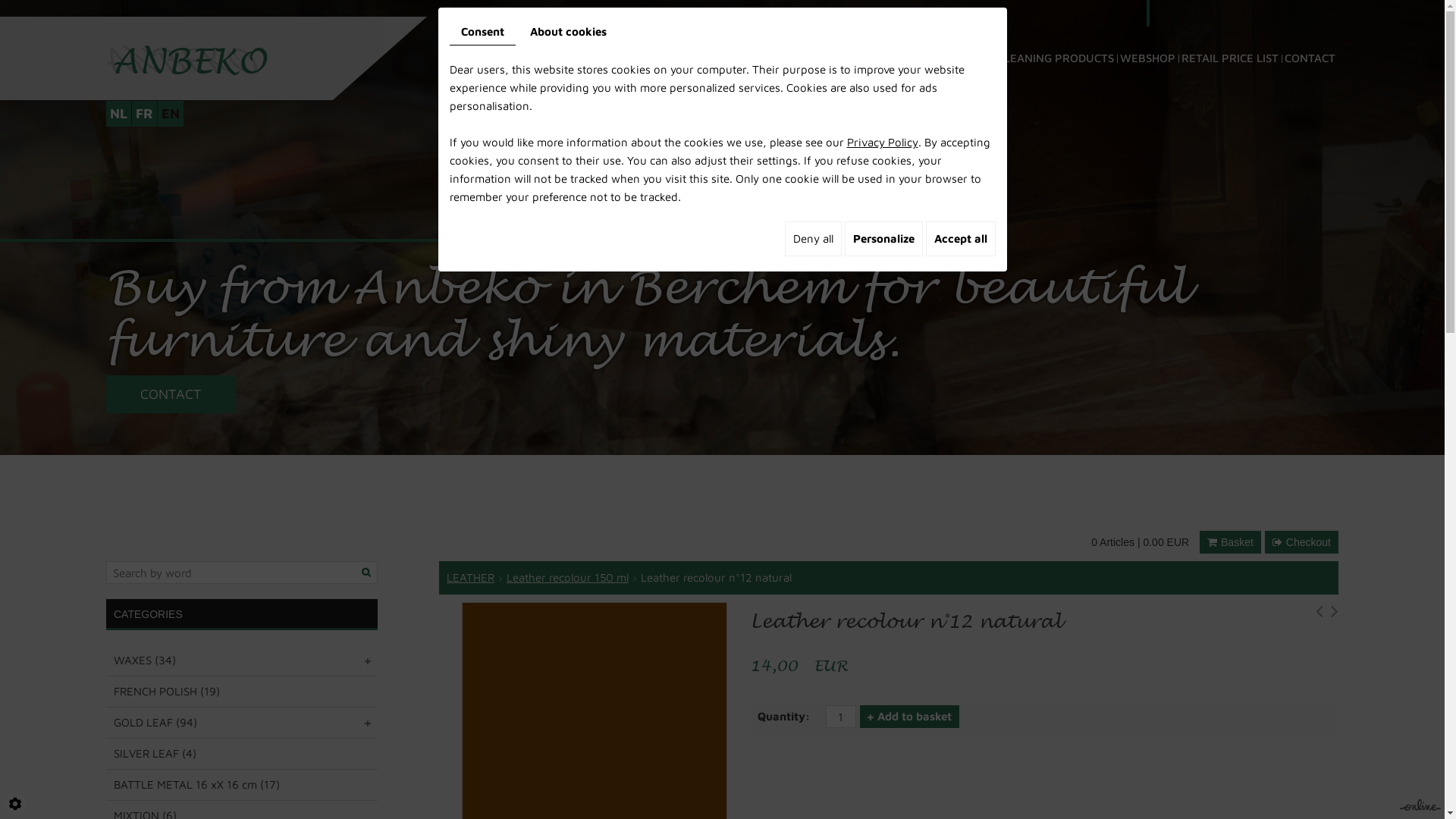 The image size is (1456, 819). I want to click on 'Accept all', so click(924, 239).